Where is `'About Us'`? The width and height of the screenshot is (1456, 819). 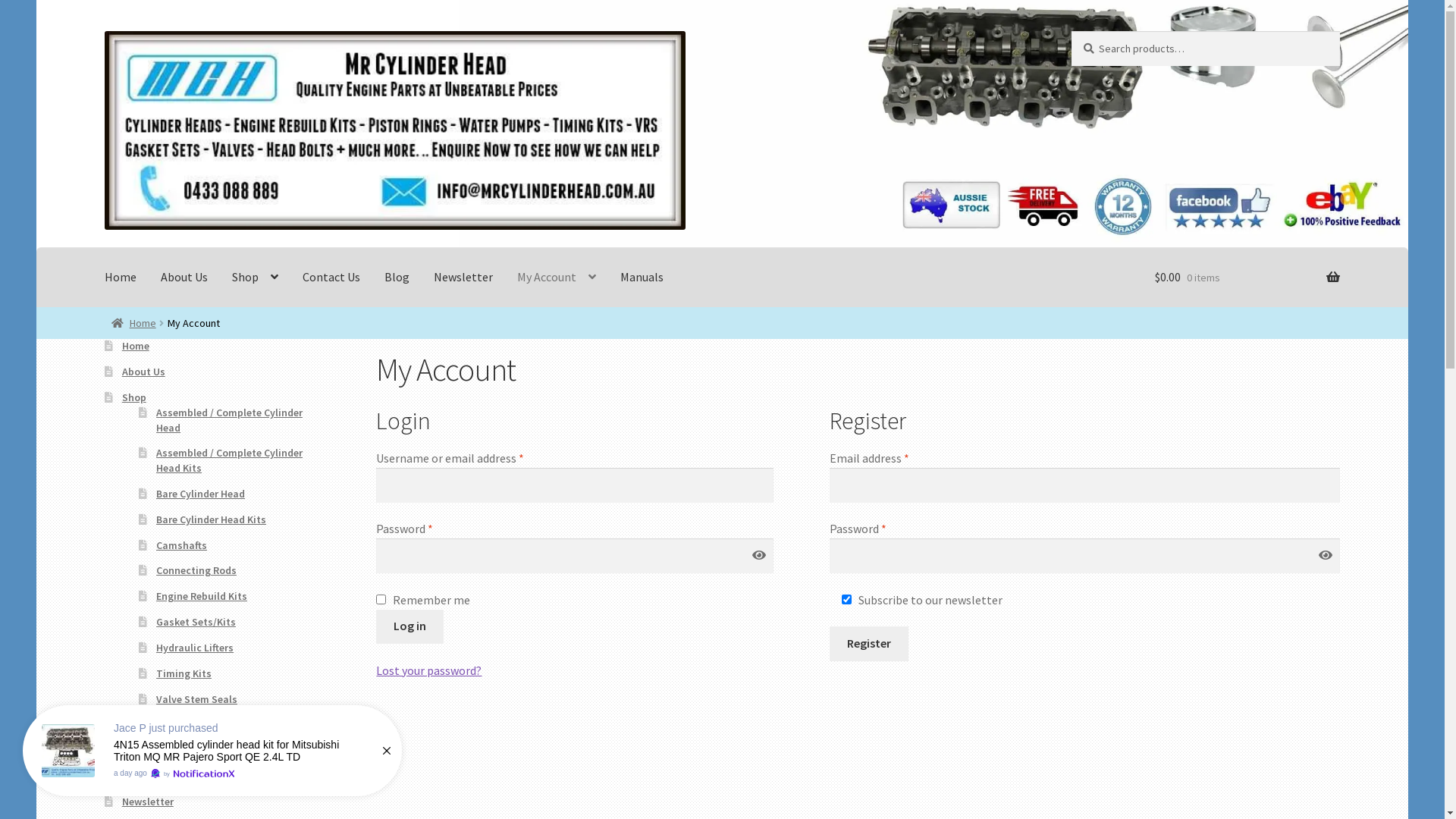
'About Us' is located at coordinates (143, 371).